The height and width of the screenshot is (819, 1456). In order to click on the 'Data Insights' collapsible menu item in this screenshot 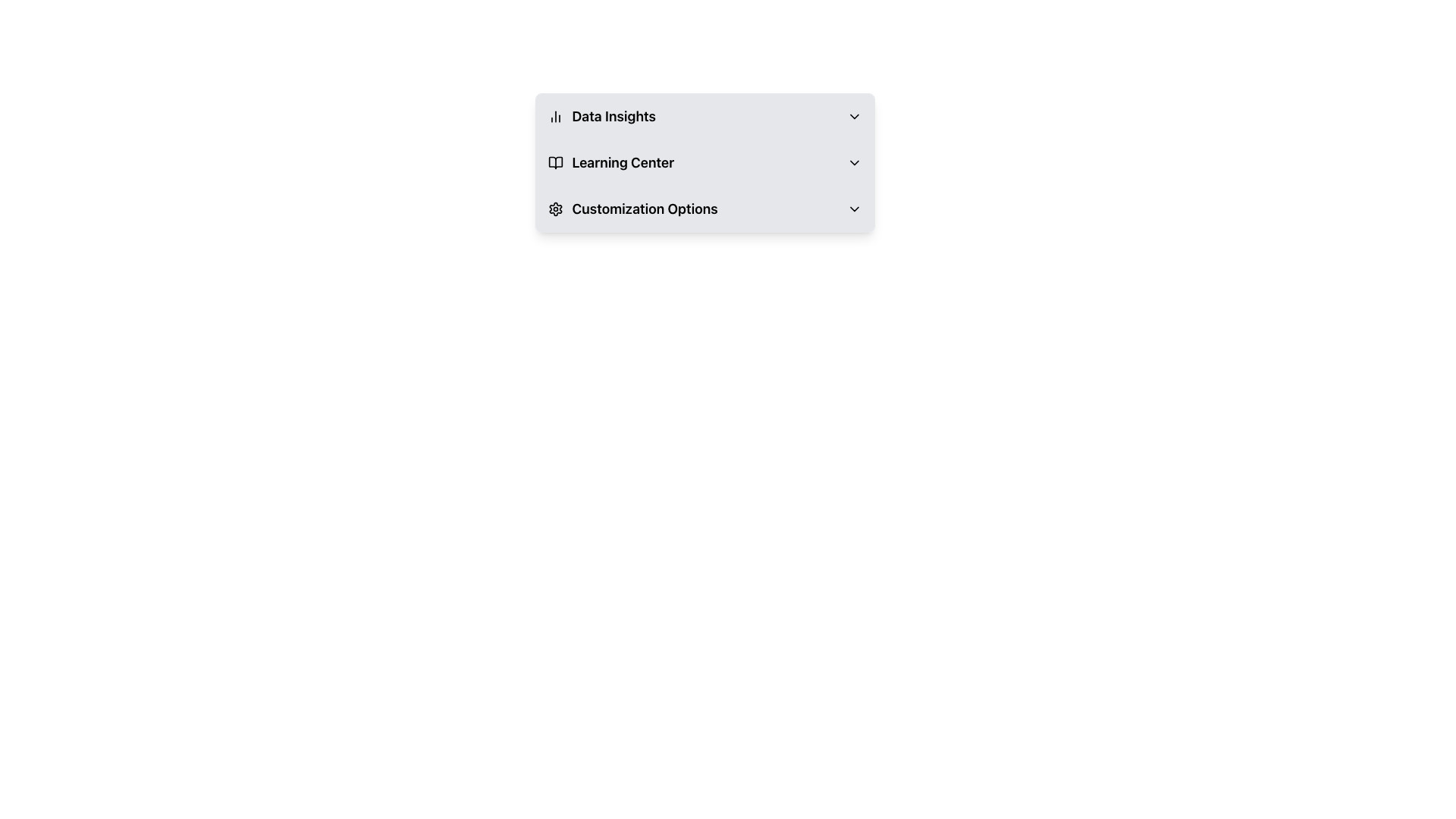, I will do `click(704, 116)`.